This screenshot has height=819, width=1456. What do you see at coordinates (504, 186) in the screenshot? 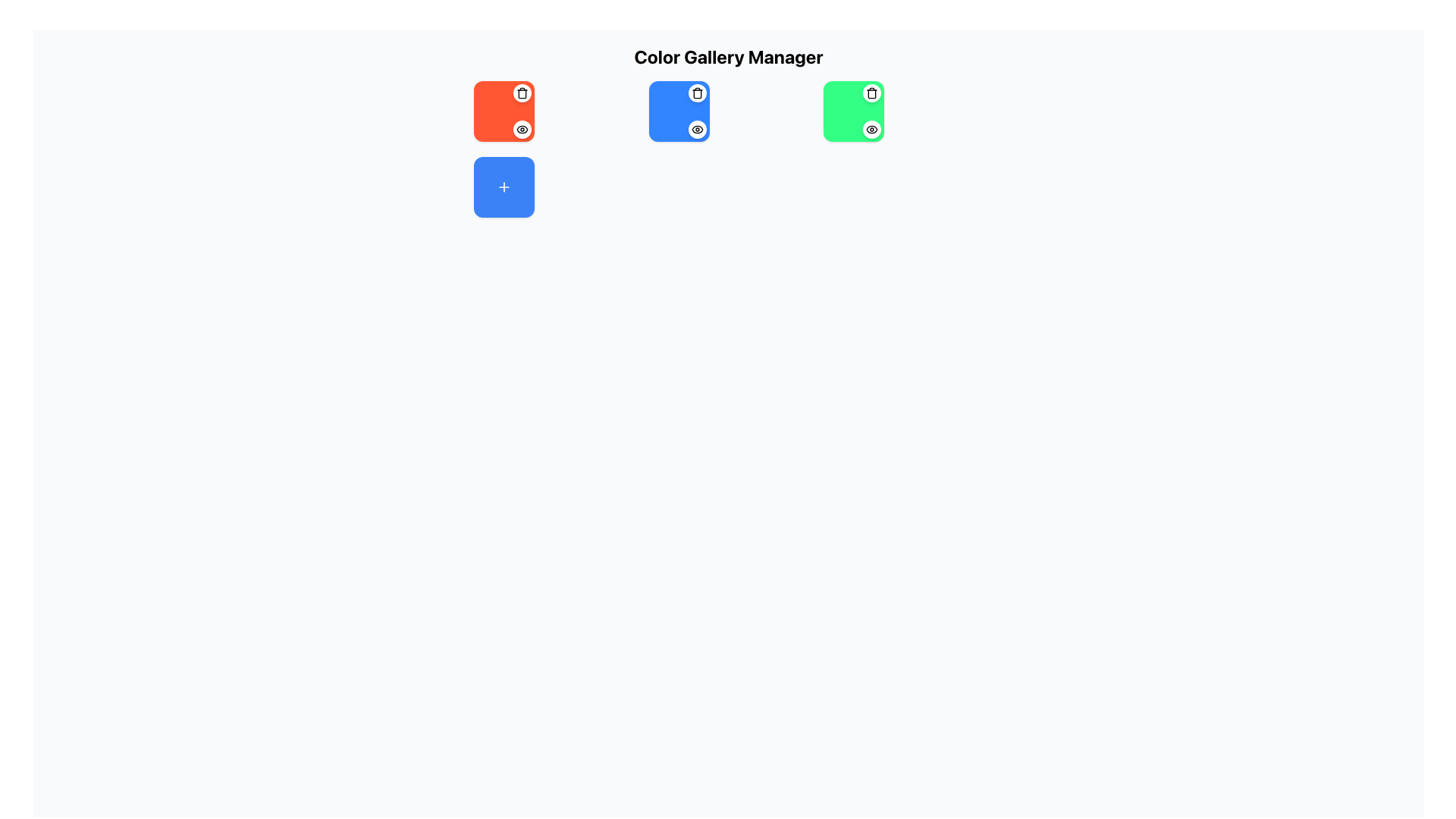
I see `the blue square button with a white '+' icon located in the first column of the second row in the grid layout` at bounding box center [504, 186].